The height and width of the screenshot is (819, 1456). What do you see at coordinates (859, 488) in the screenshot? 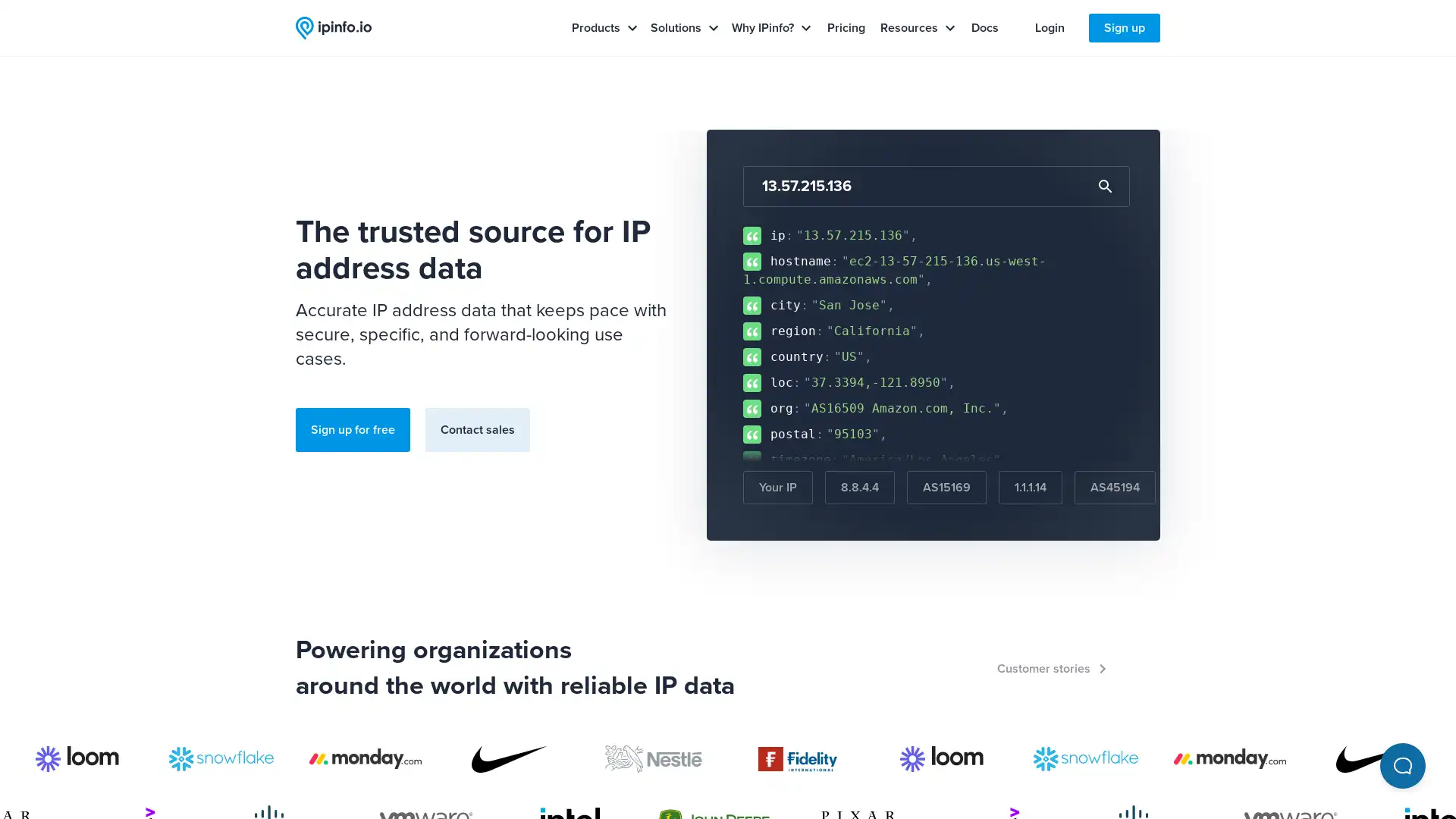
I see `8.8.4.4` at bounding box center [859, 488].